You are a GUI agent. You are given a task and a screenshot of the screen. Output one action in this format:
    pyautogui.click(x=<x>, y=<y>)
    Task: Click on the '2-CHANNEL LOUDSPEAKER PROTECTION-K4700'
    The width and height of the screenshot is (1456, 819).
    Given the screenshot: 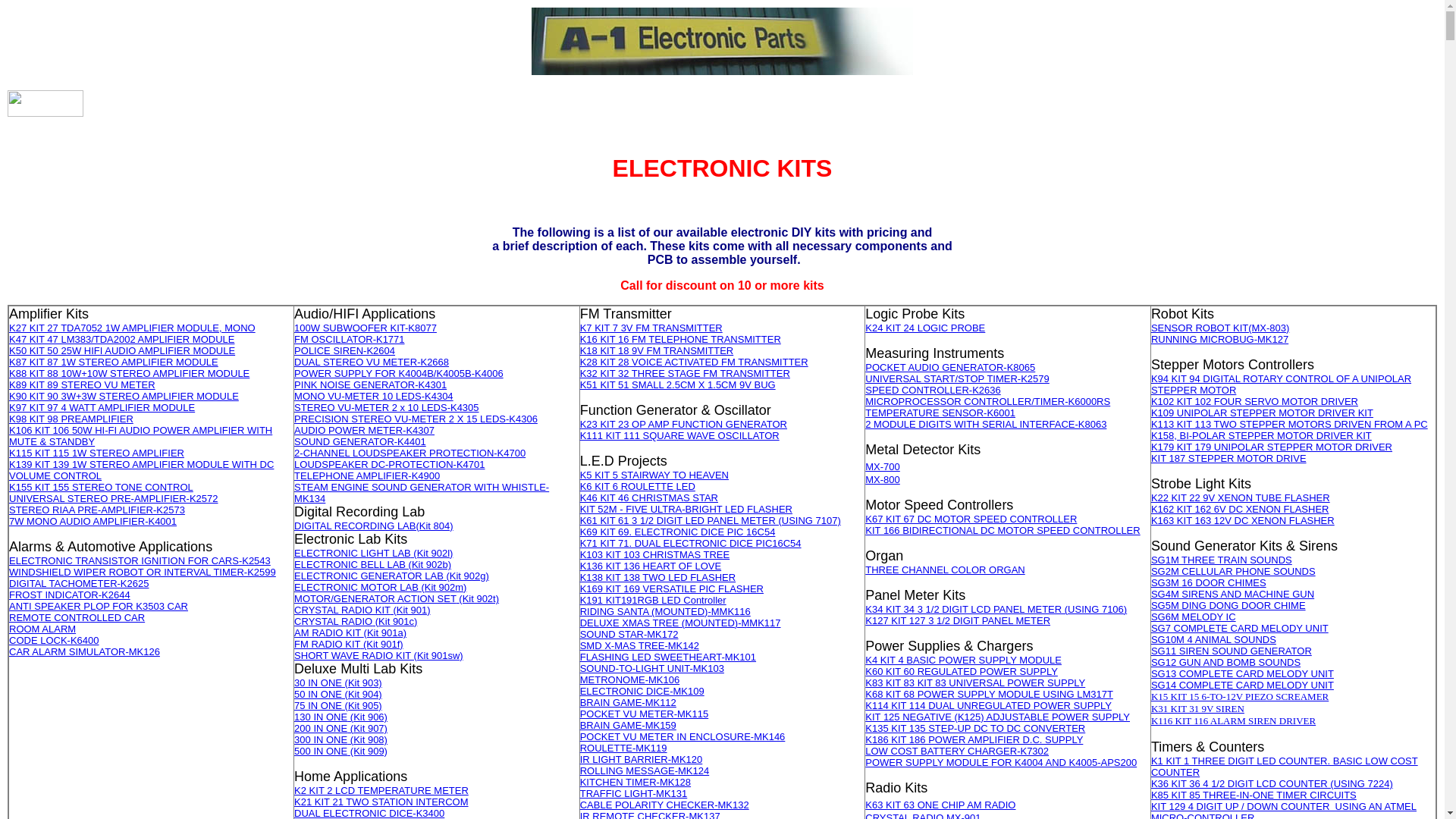 What is the action you would take?
    pyautogui.click(x=409, y=452)
    